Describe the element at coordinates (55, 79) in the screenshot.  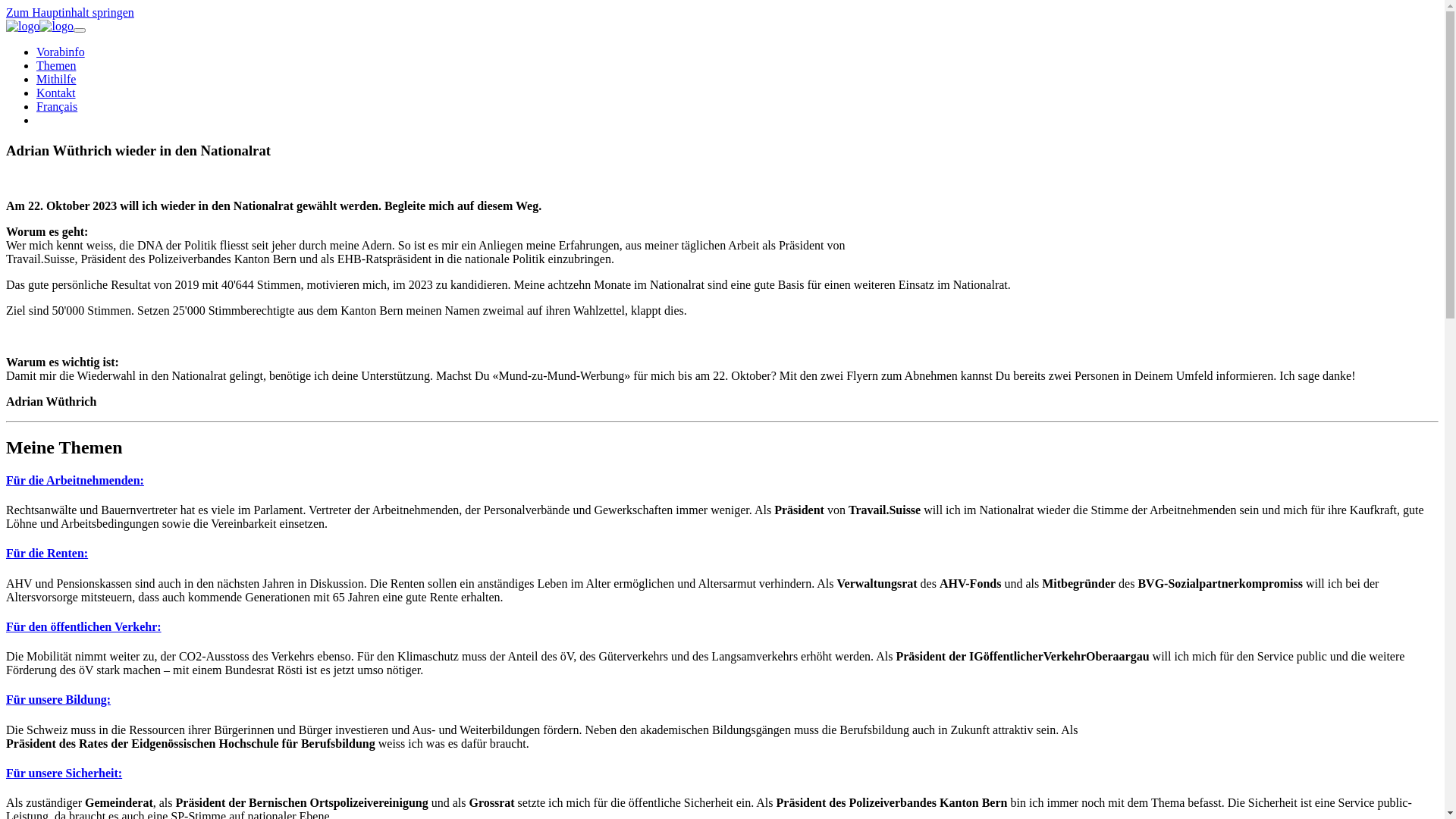
I see `'Mithilfe'` at that location.